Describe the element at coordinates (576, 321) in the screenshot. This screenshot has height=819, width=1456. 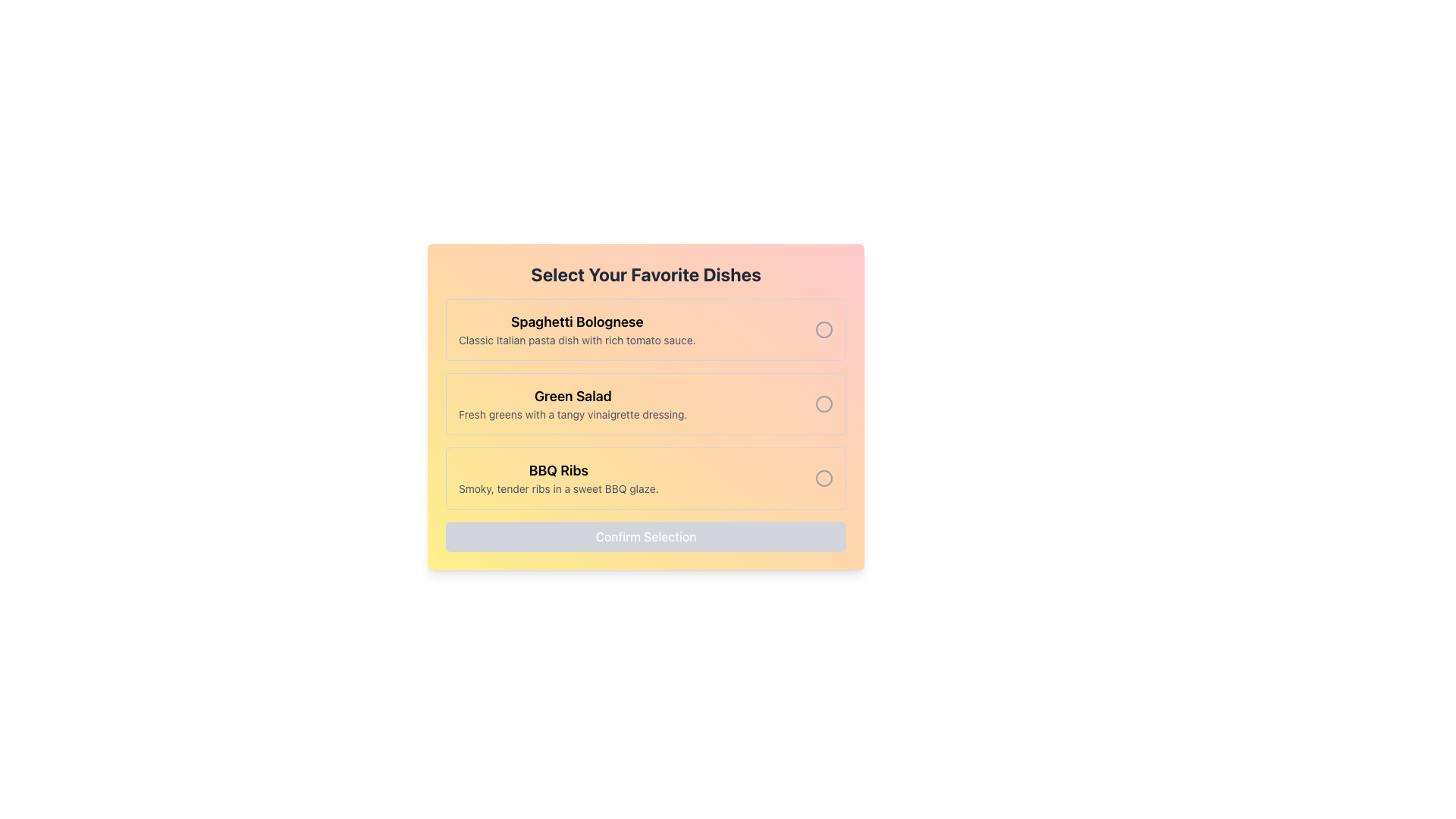
I see `text from the Text Label that serves as the title for the associated option, positioned centrally in the upper half of the layout` at that location.